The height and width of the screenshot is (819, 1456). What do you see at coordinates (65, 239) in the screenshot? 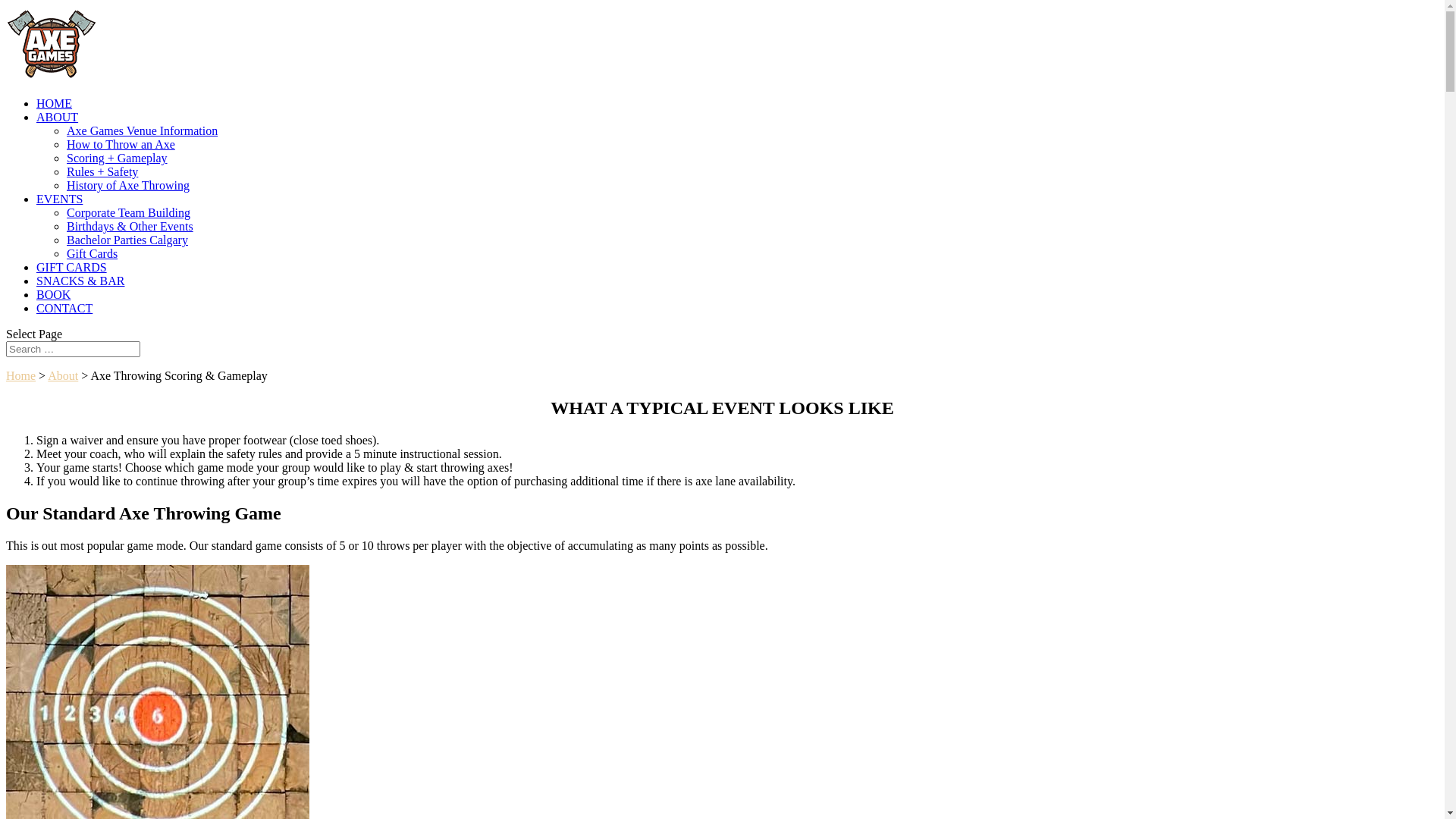
I see `'Bachelor Parties Calgary'` at bounding box center [65, 239].